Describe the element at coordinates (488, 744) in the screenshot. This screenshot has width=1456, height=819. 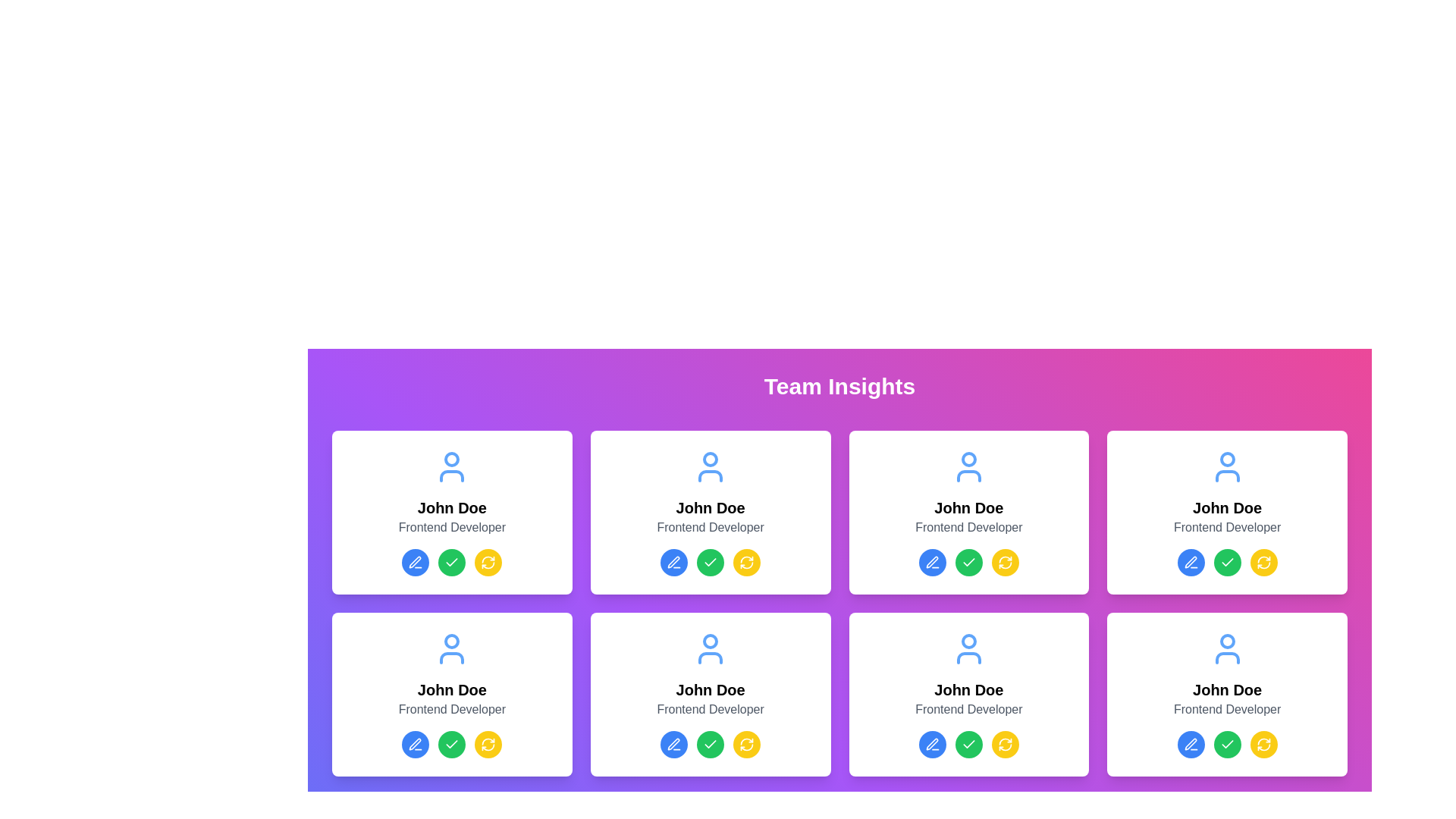
I see `the fourth button in the bottom row of interactive icons on the card element` at that location.